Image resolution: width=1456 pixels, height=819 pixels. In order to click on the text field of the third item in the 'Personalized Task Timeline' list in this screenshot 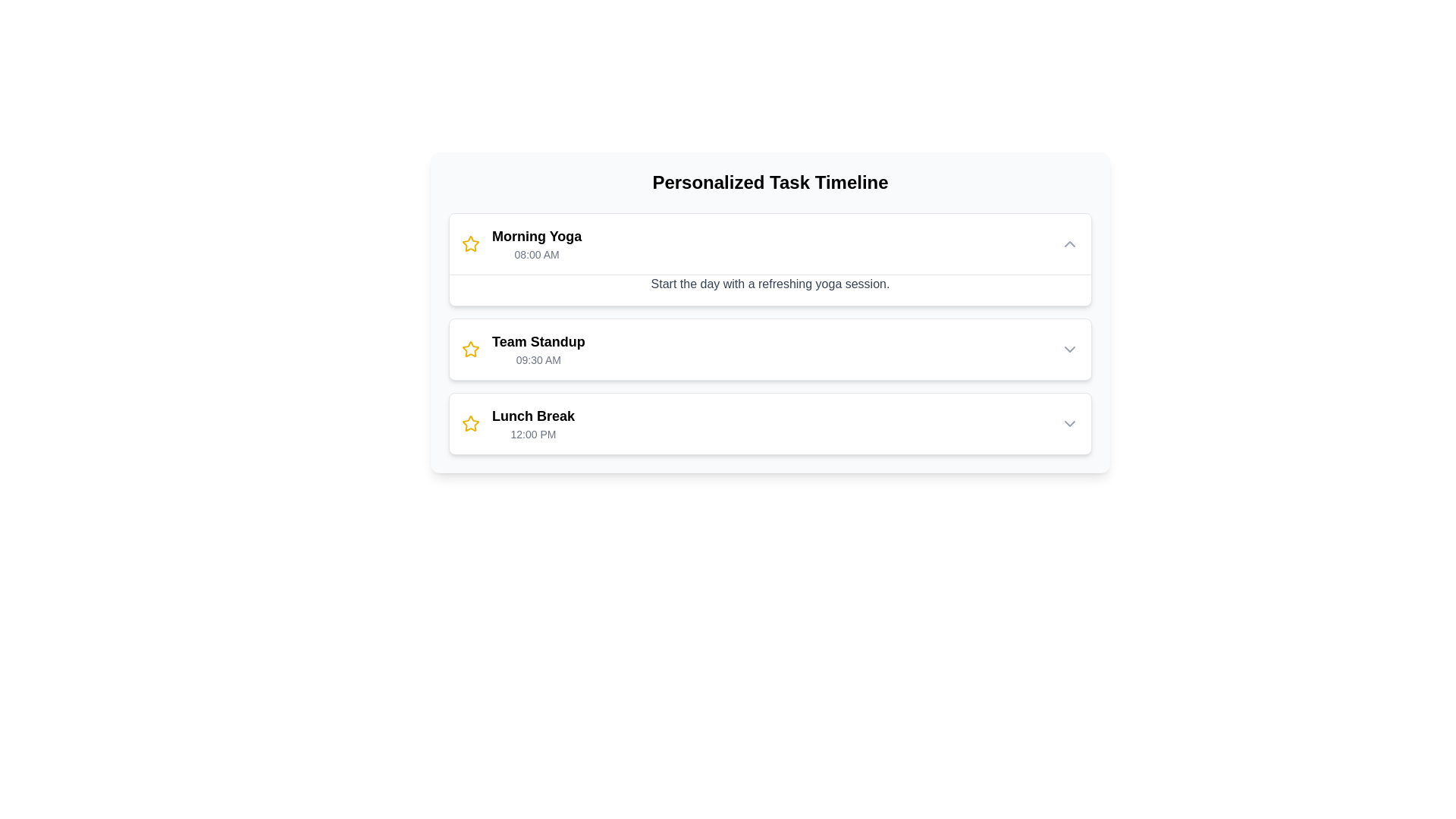, I will do `click(518, 424)`.